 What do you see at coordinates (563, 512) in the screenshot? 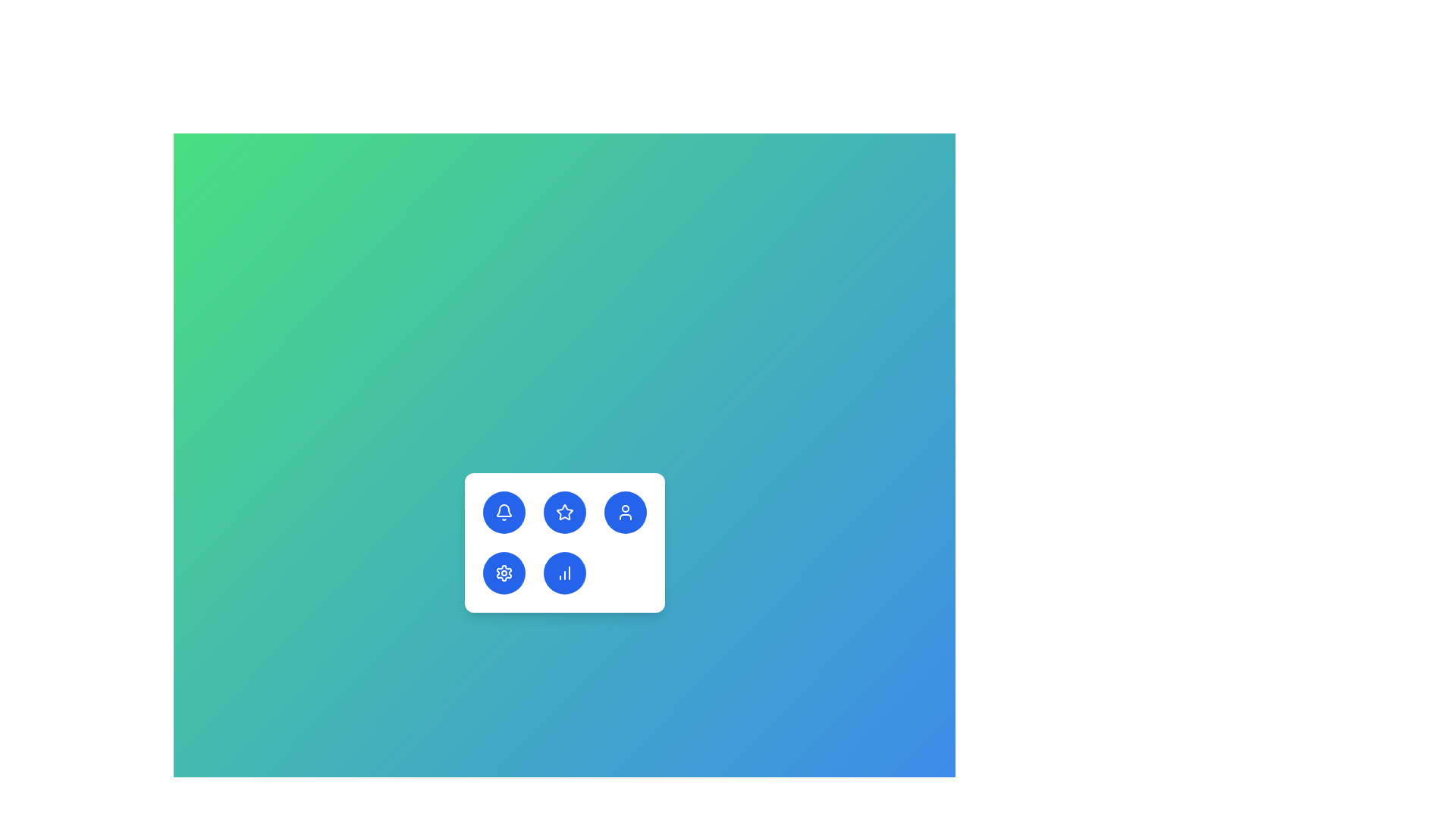
I see `the star button located in the middle row and second column of a 3x2 grid of circular buttons` at bounding box center [563, 512].